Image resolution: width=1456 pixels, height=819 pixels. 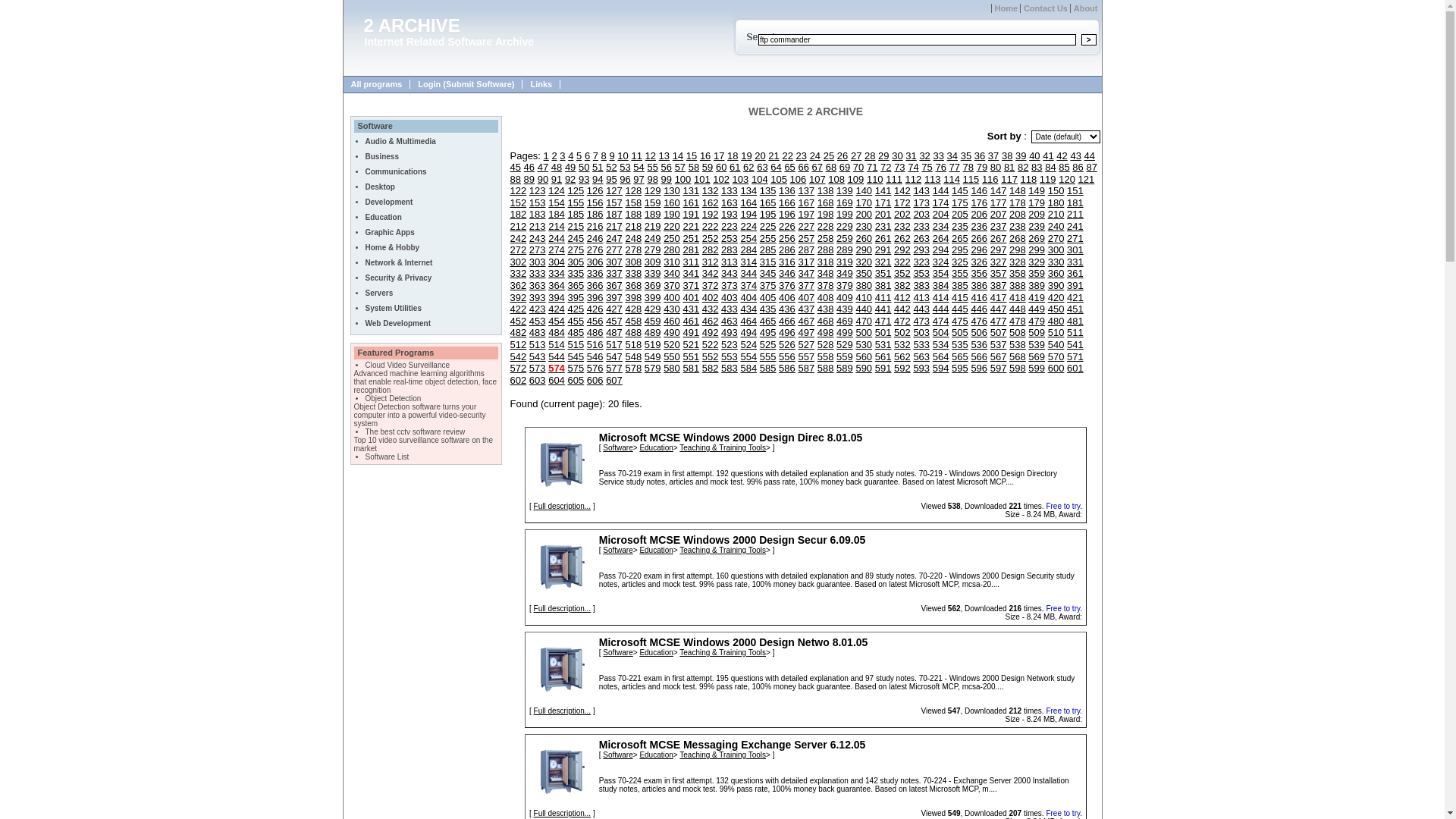 I want to click on '127', so click(x=604, y=190).